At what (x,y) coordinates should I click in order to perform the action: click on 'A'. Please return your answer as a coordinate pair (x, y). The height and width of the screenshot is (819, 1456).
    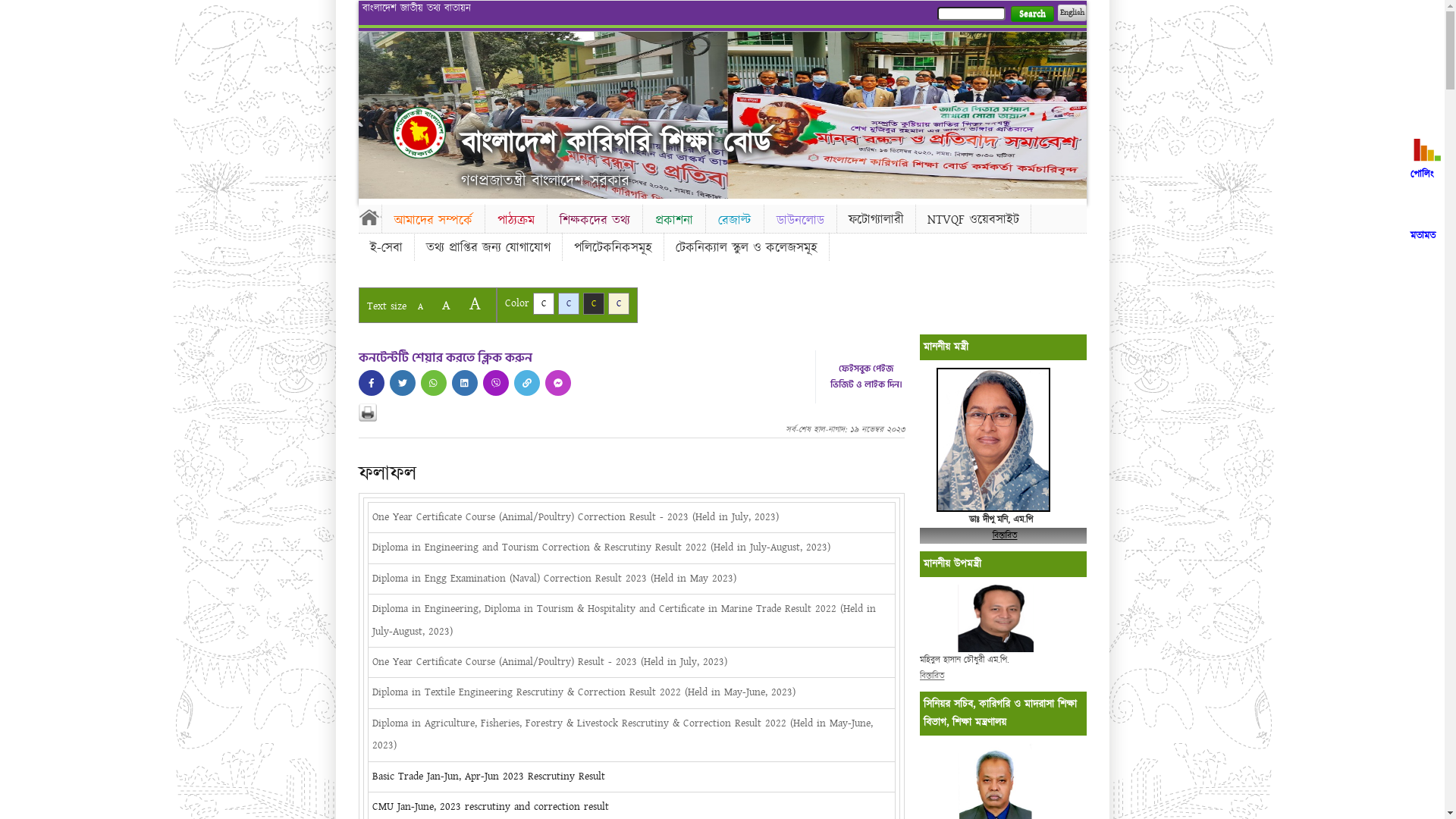
    Looking at the image, I should click on (432, 305).